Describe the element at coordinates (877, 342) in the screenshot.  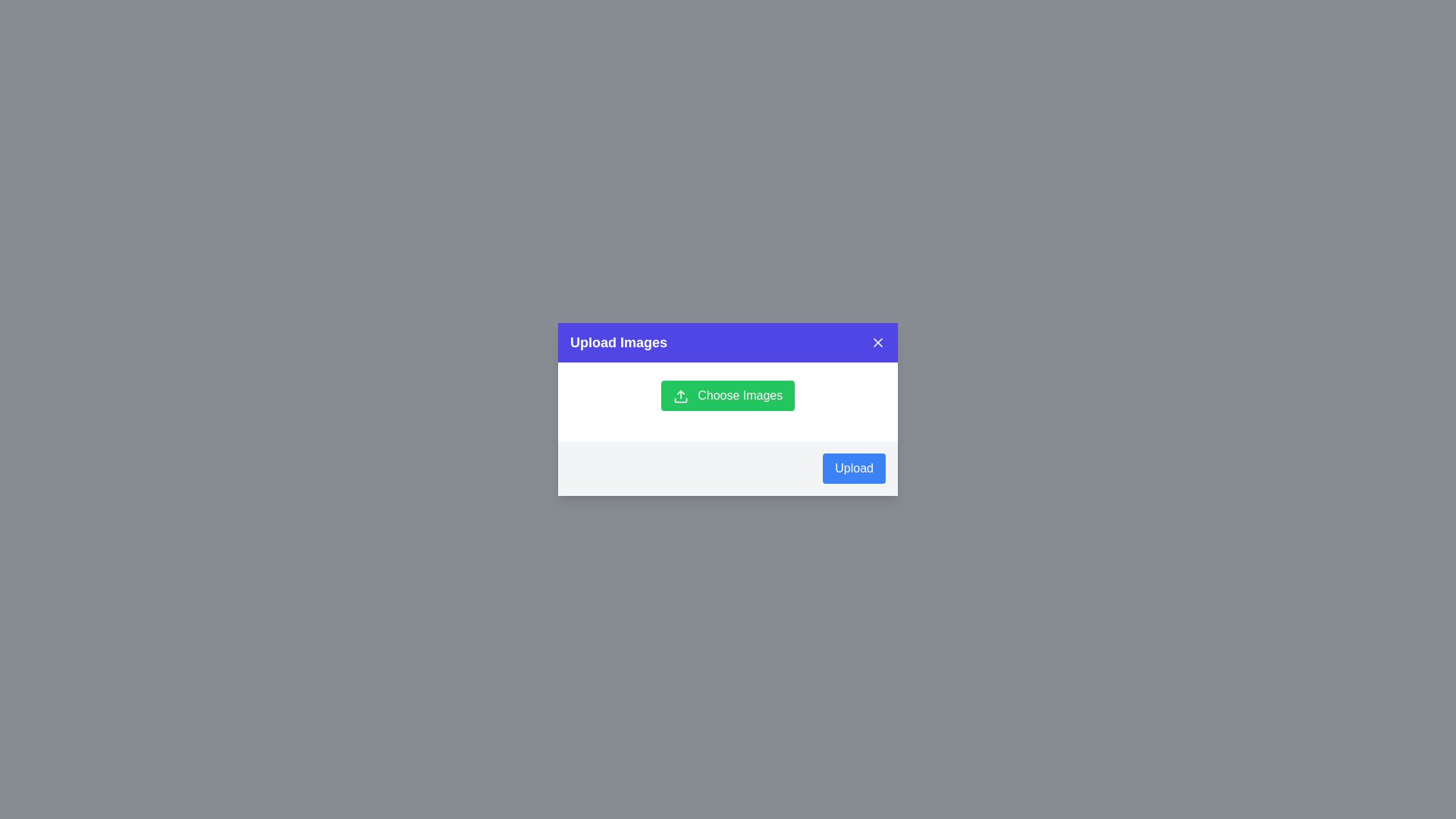
I see `'Close' button in the header to close the dialog` at that location.